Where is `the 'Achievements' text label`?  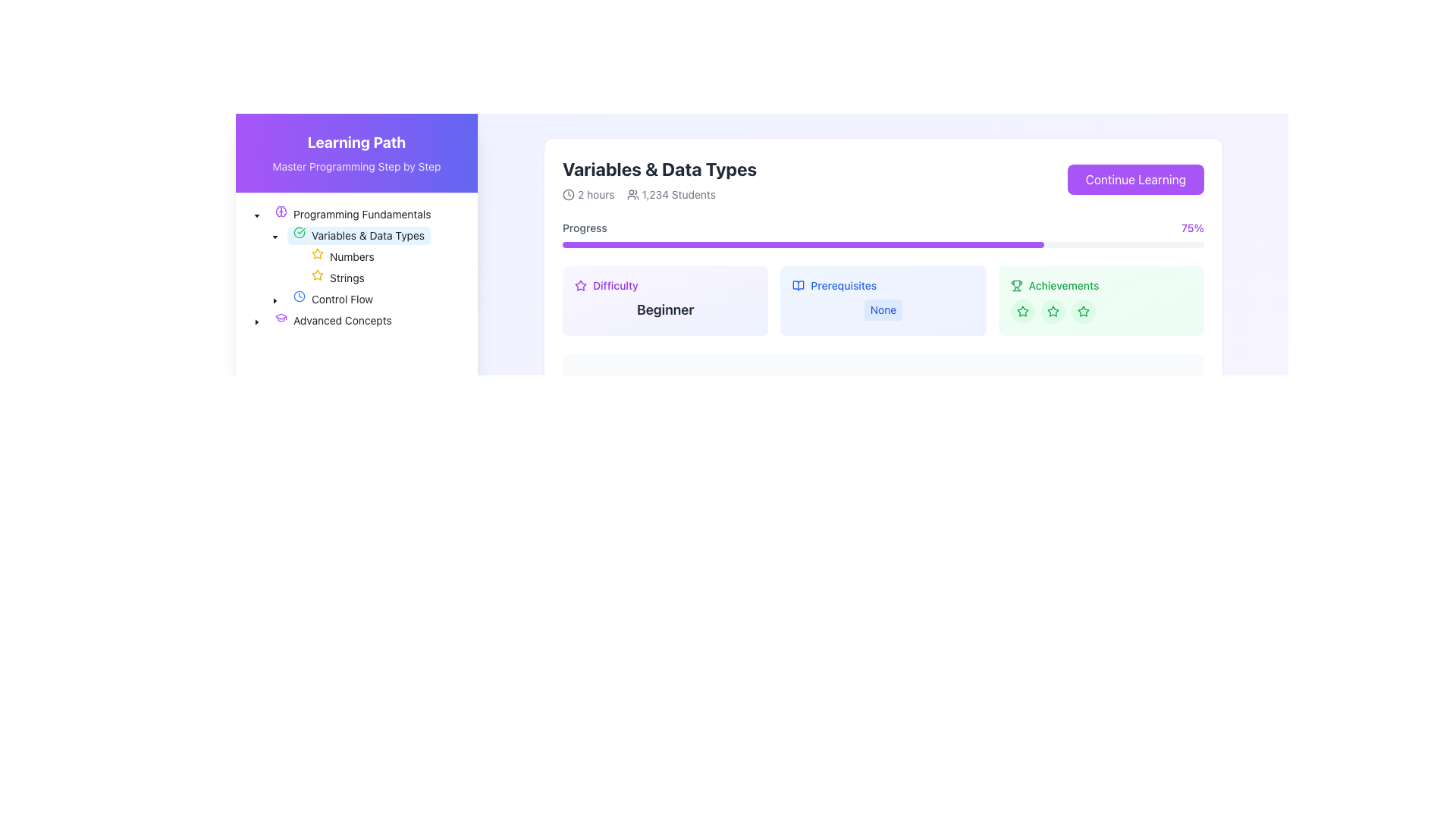
the 'Achievements' text label is located at coordinates (1063, 286).